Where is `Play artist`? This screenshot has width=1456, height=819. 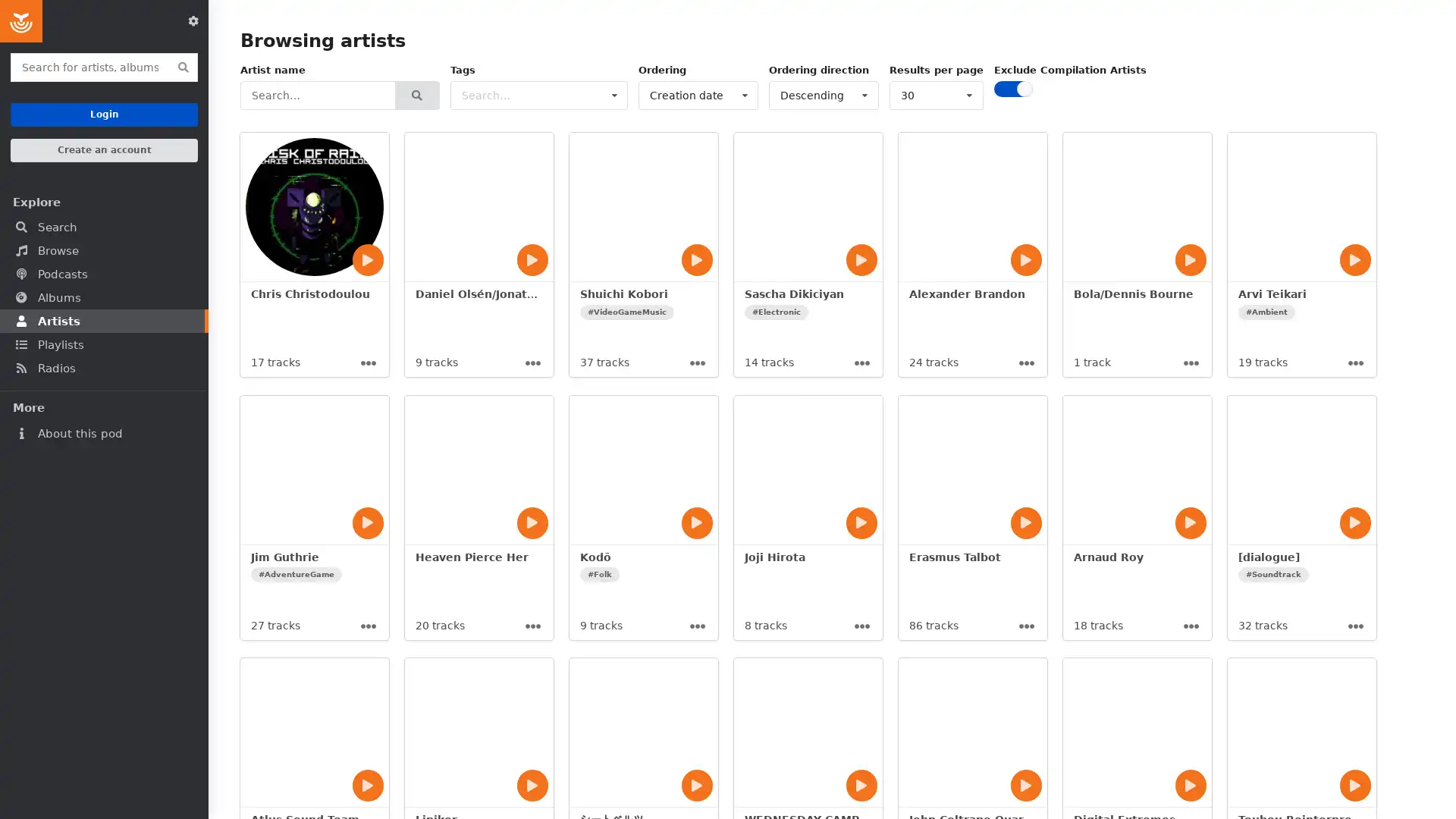 Play artist is located at coordinates (1354, 522).